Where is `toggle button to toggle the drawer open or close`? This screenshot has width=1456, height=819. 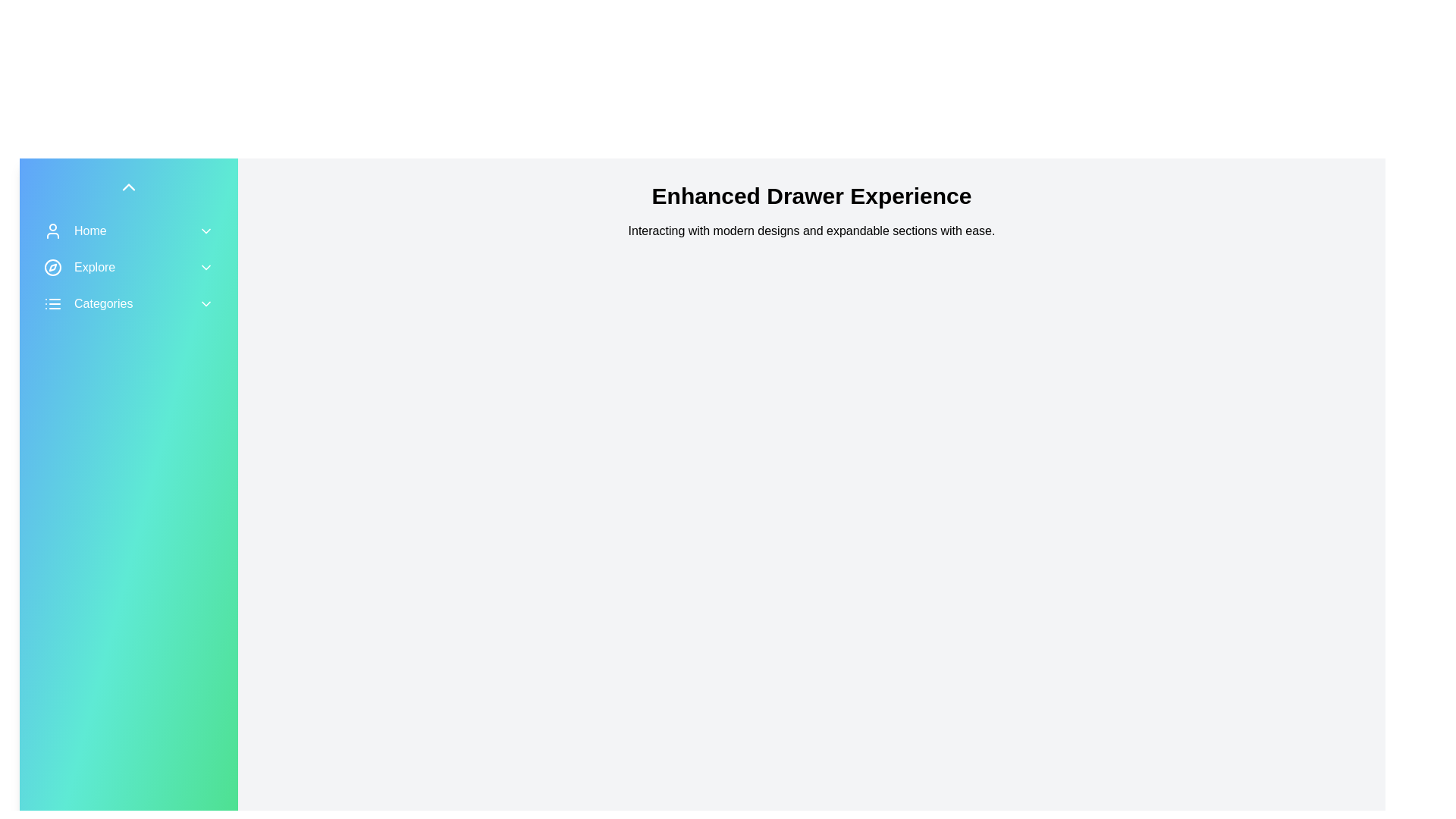 toggle button to toggle the drawer open or close is located at coordinates (128, 186).